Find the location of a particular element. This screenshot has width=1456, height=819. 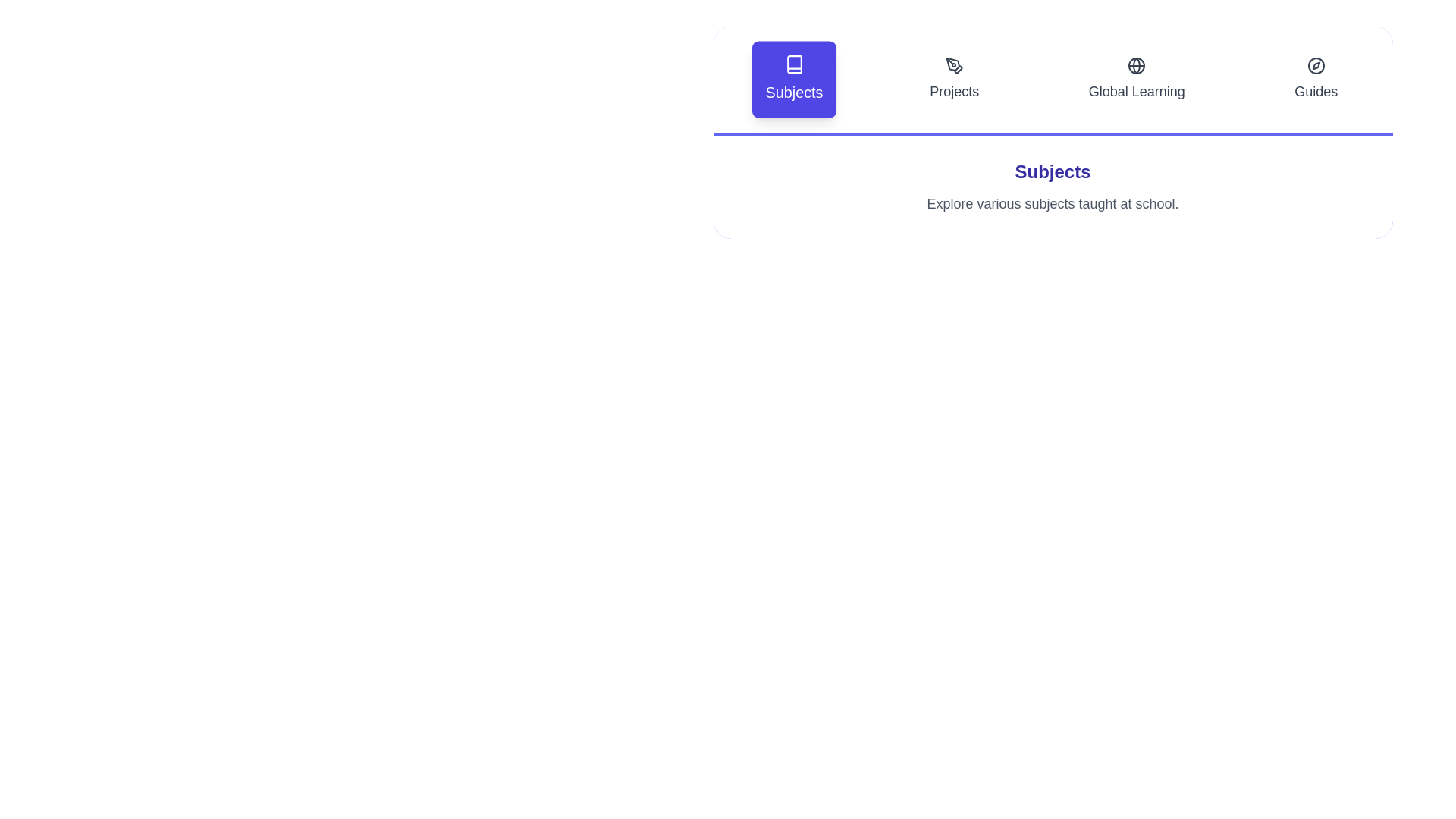

the Subjects tab to view its content is located at coordinates (792, 79).